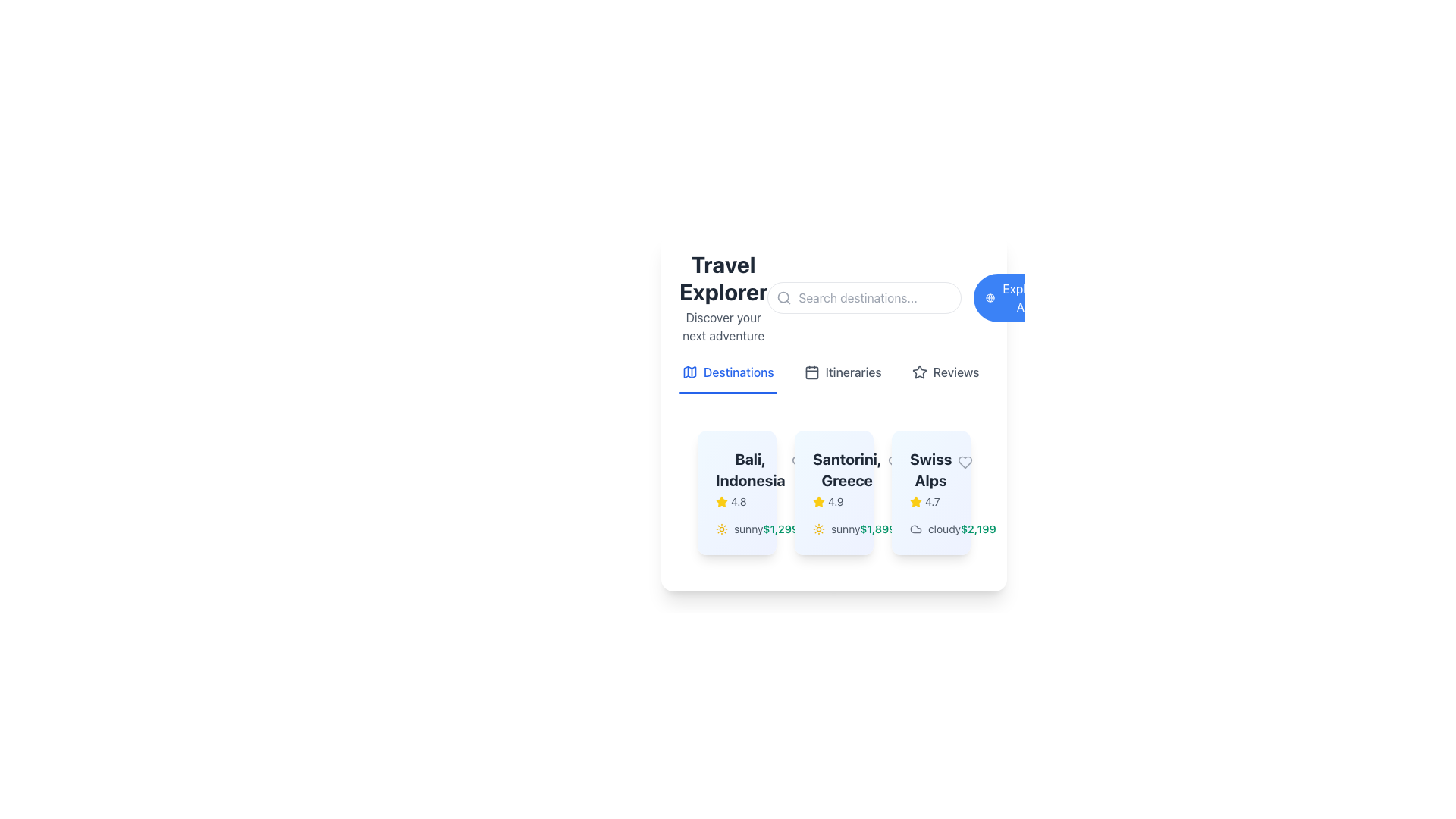 The height and width of the screenshot is (819, 1456). I want to click on the star icon next to the text '4.7' to interact with the rating system, so click(914, 500).